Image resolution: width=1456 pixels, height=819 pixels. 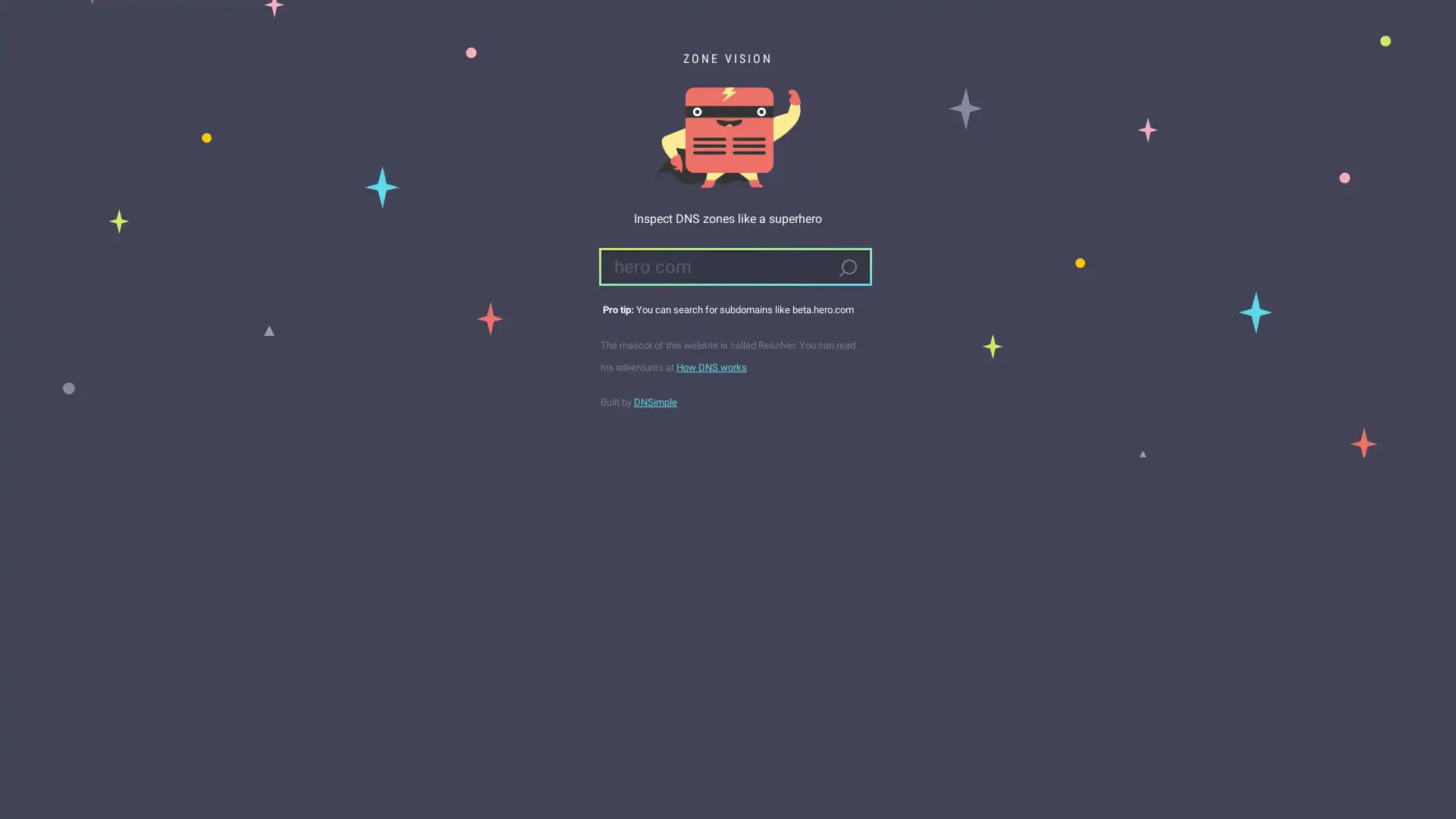 I want to click on Submit, so click(x=846, y=268).